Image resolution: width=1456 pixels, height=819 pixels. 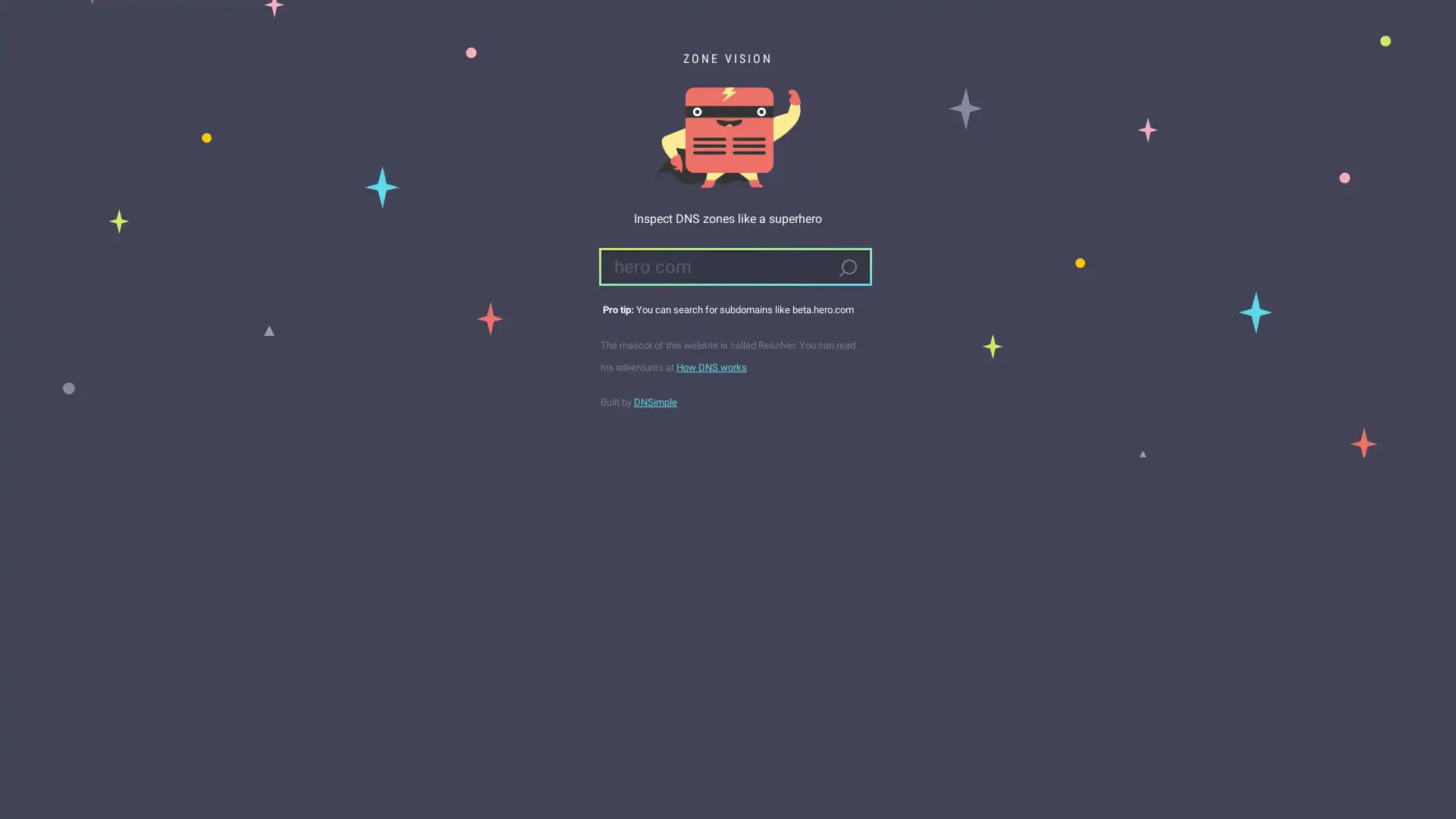 I want to click on Submit, so click(x=846, y=268).